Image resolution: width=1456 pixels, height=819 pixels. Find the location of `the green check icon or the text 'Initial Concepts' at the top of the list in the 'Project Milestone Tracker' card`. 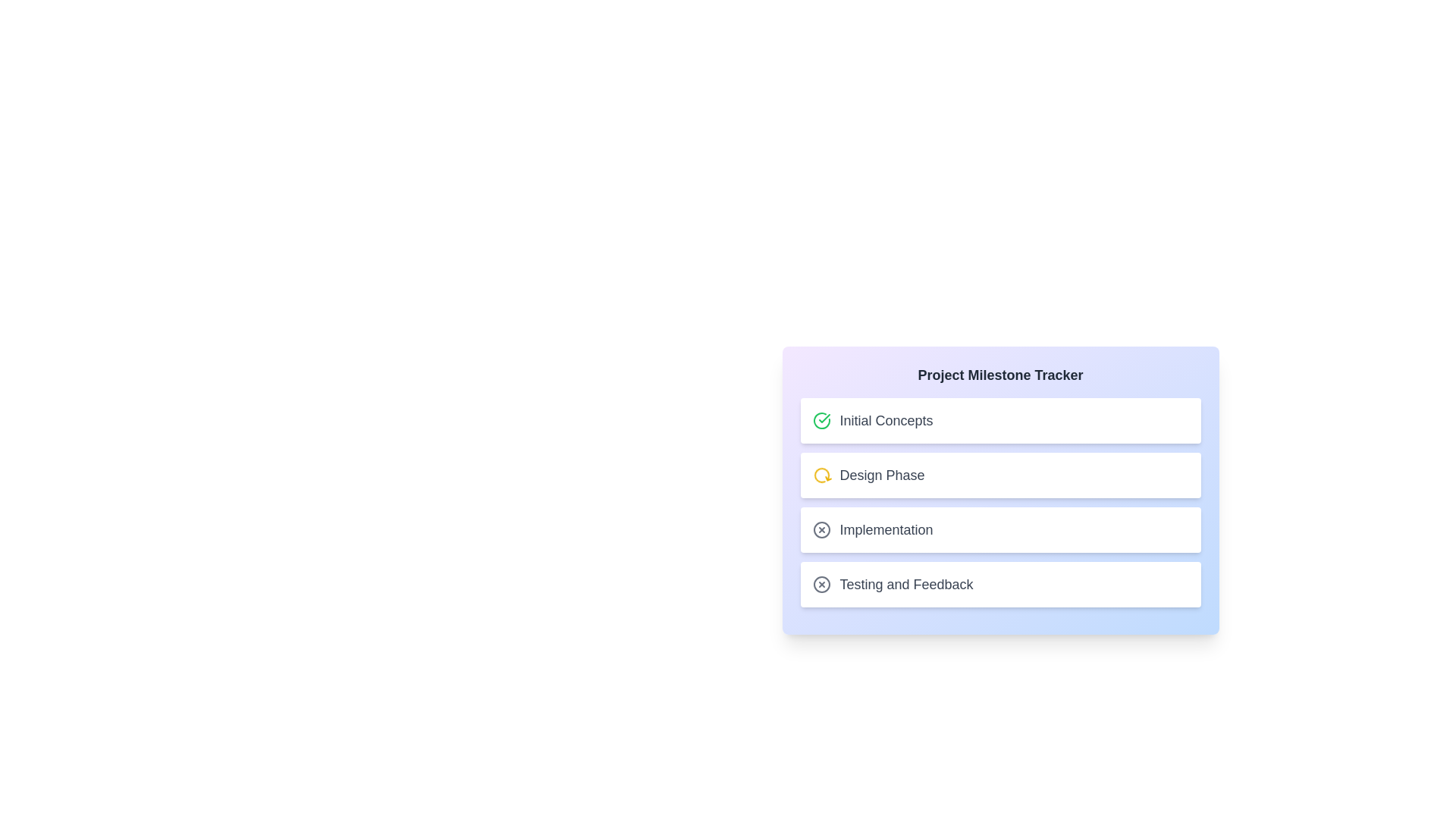

the green check icon or the text 'Initial Concepts' at the top of the list in the 'Project Milestone Tracker' card is located at coordinates (873, 421).